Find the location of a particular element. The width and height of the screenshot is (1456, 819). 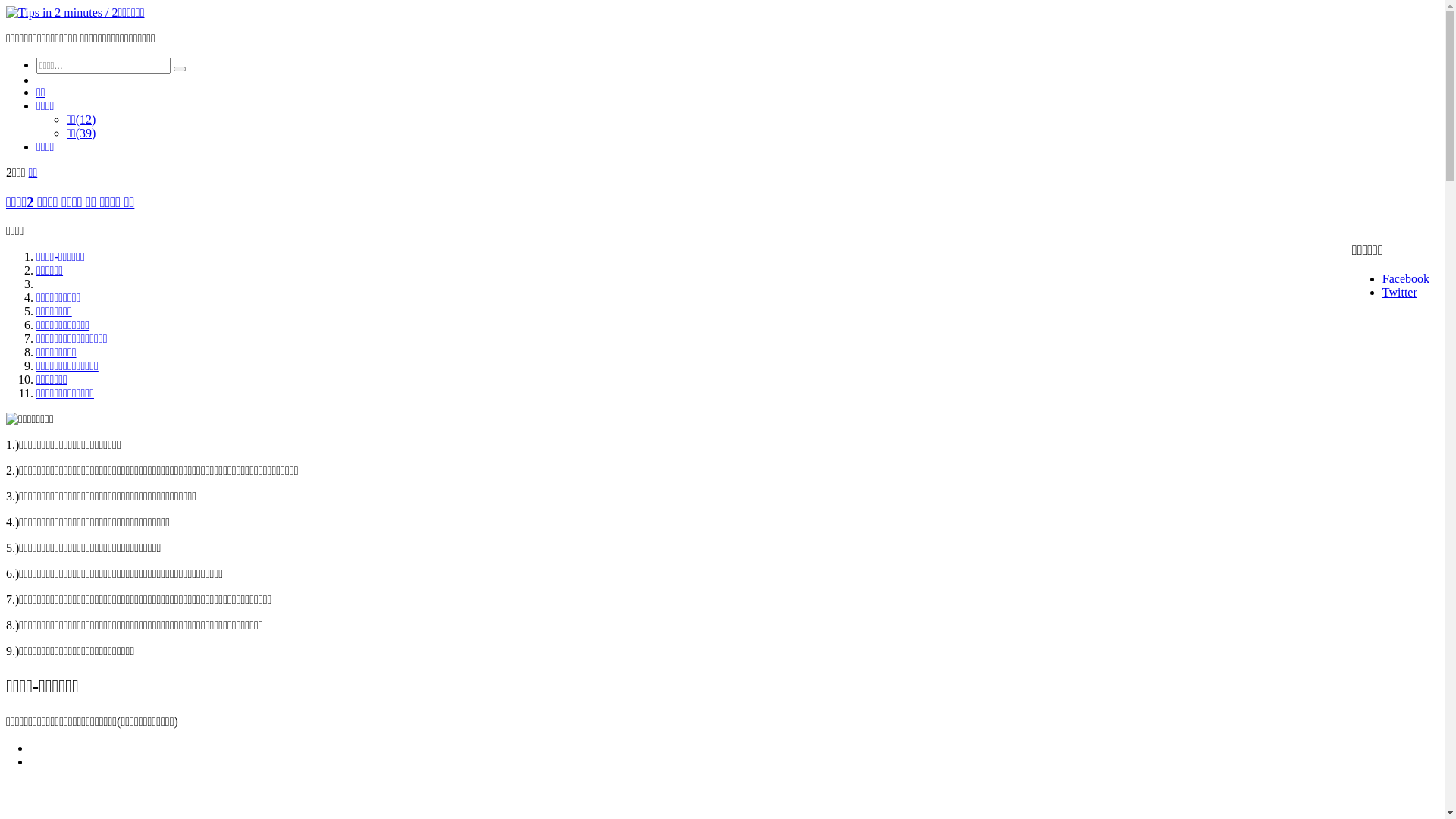

'Facebook' is located at coordinates (1404, 278).